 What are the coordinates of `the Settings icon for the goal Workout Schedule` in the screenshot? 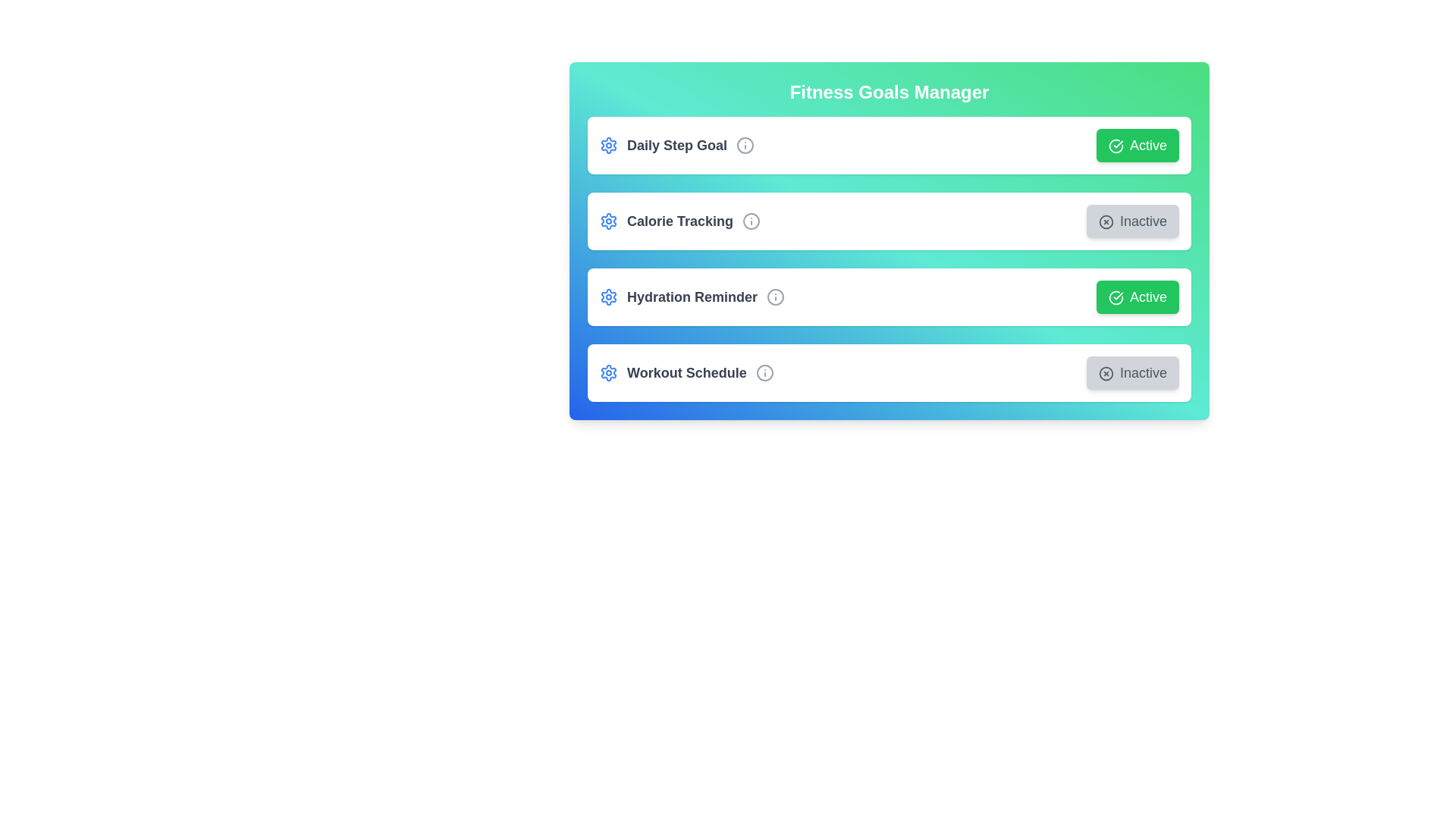 It's located at (608, 373).